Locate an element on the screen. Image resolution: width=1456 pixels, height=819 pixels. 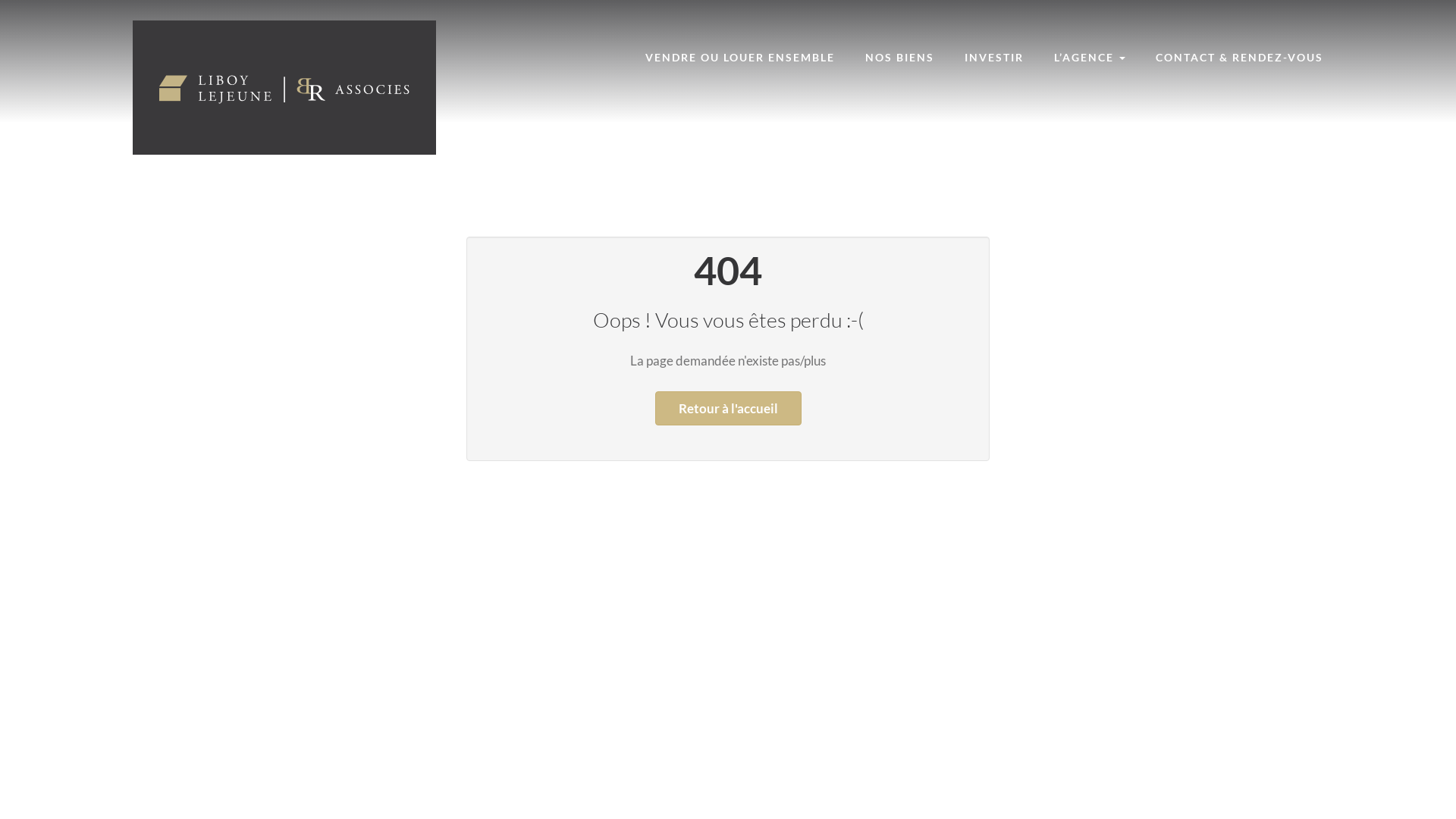
'VENDRE OU LOUER ENSEMBLE' is located at coordinates (739, 56).